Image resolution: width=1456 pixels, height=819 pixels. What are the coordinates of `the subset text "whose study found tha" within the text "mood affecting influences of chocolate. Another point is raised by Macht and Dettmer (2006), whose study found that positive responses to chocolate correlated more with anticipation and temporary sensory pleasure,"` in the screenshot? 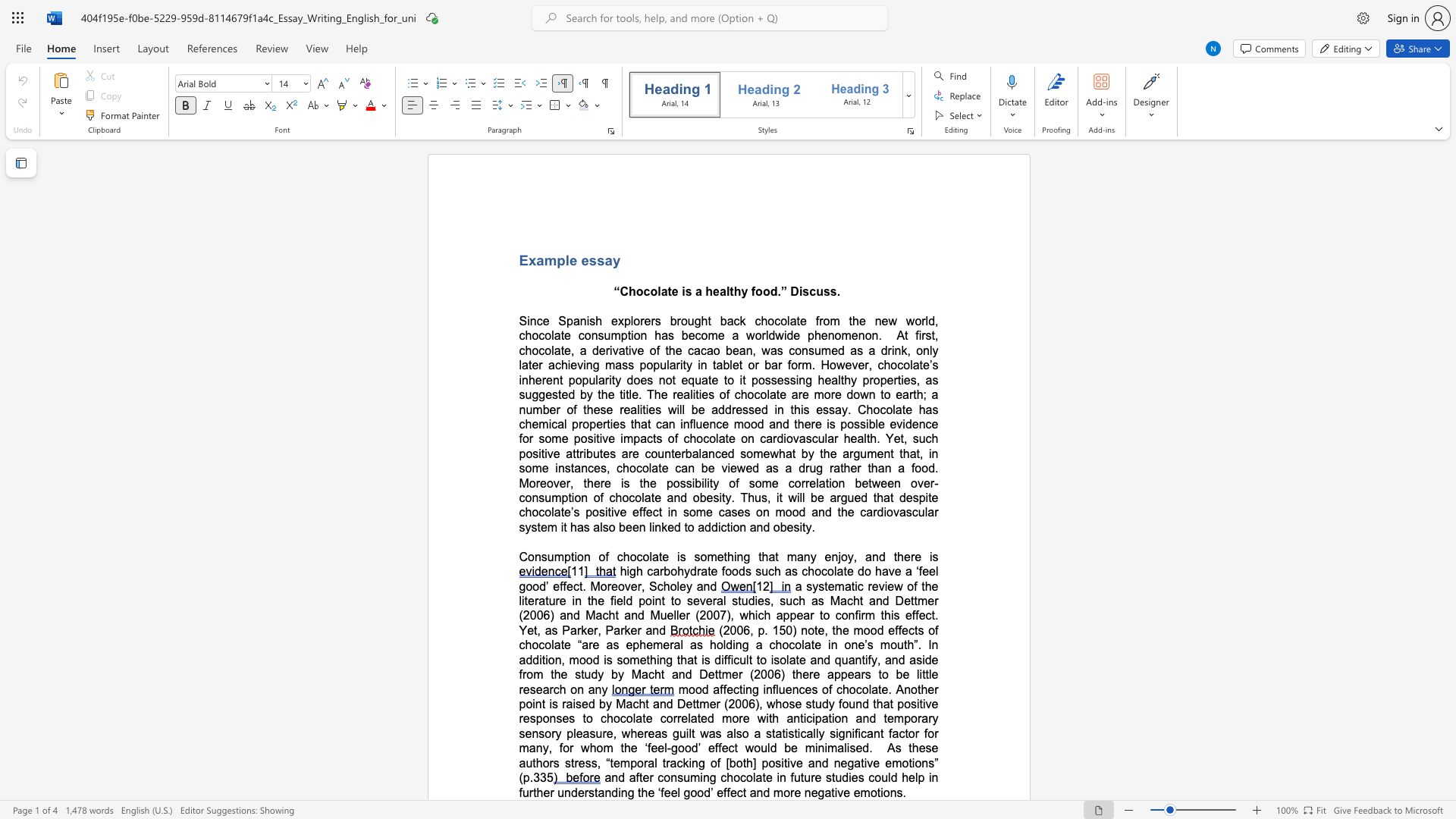 It's located at (767, 704).